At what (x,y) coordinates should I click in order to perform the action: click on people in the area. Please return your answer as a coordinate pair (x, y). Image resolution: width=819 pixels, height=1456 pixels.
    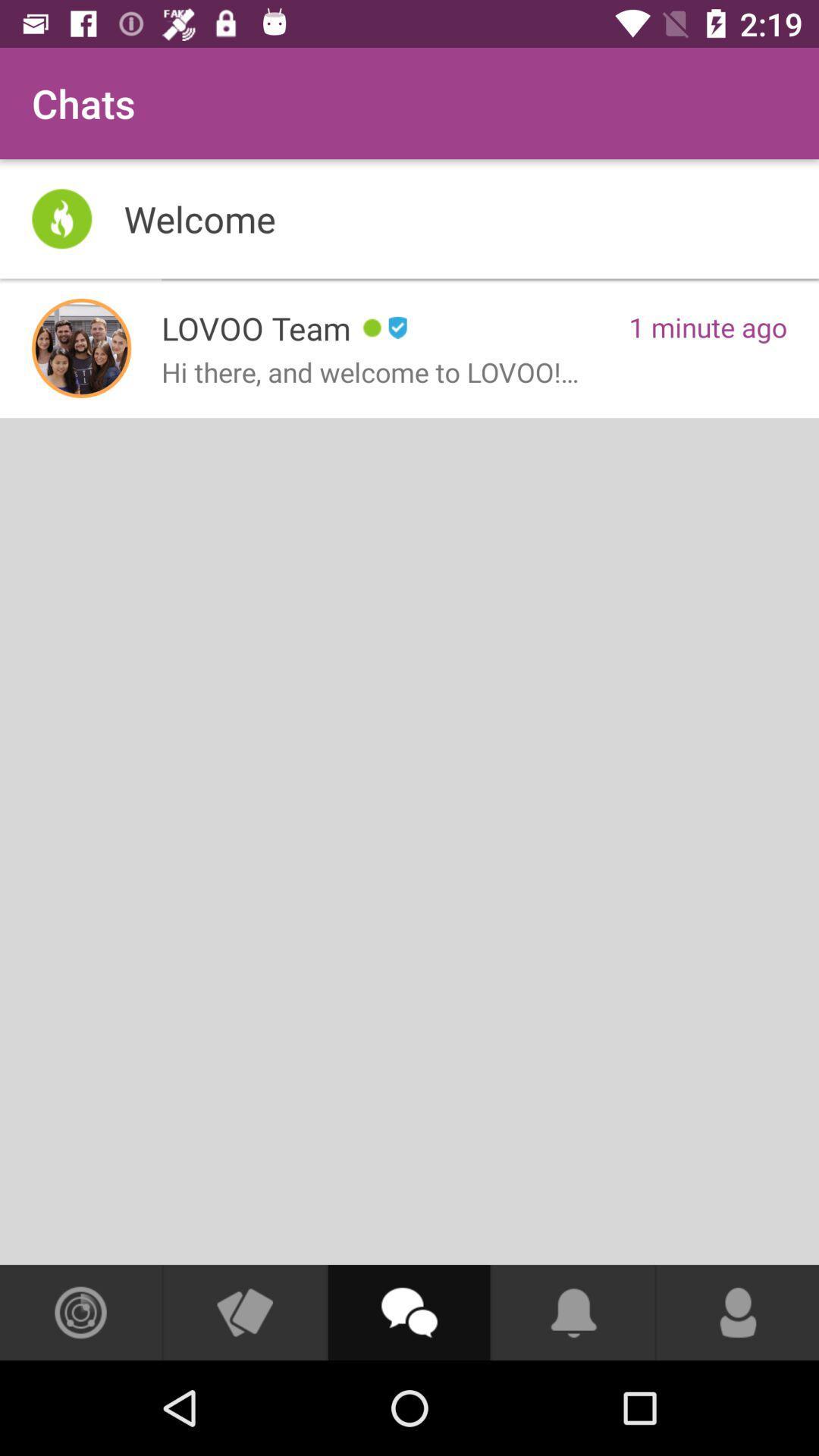
    Looking at the image, I should click on (80, 1312).